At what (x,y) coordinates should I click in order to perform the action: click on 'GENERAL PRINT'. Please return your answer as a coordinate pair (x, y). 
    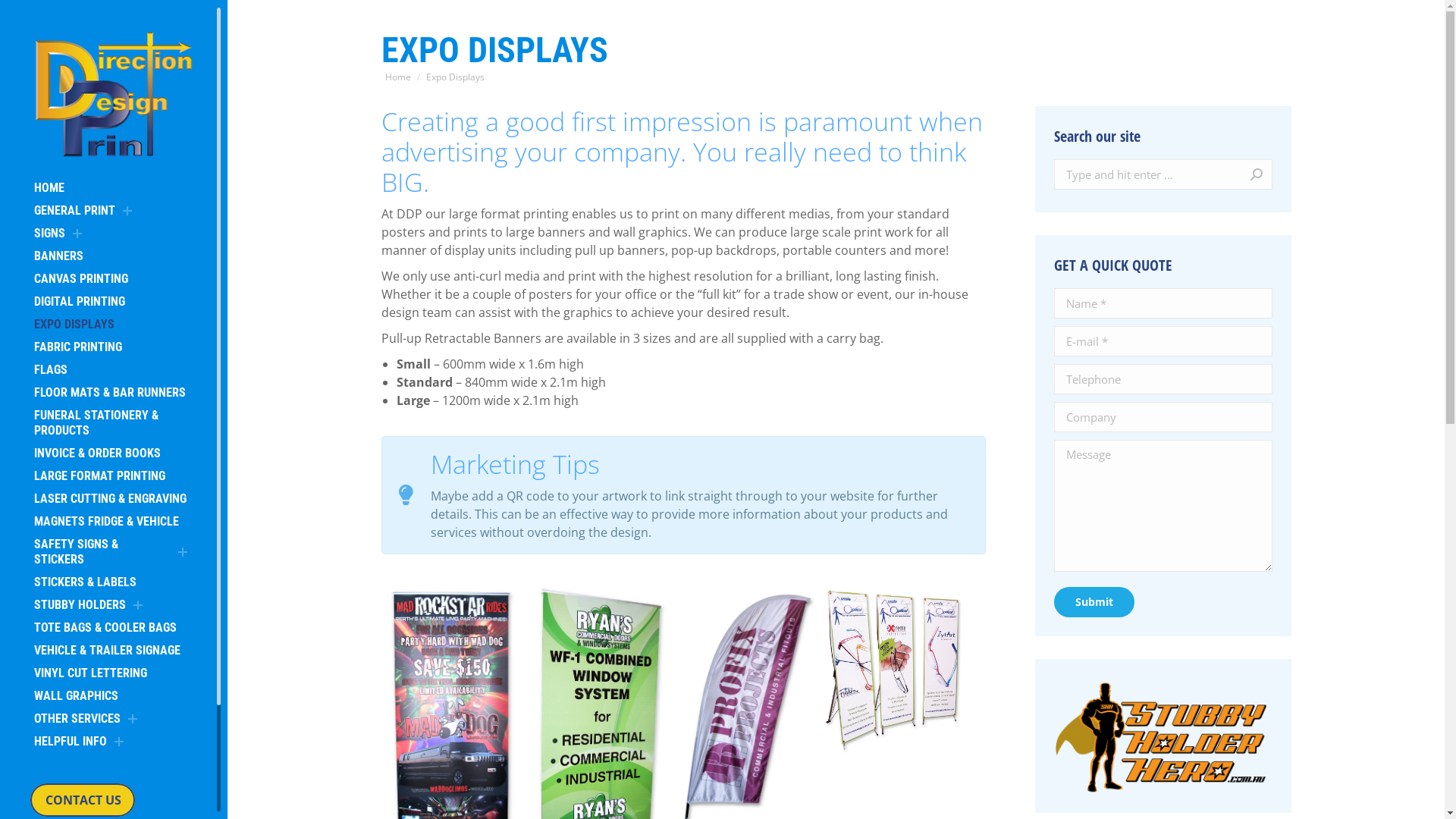
    Looking at the image, I should click on (30, 210).